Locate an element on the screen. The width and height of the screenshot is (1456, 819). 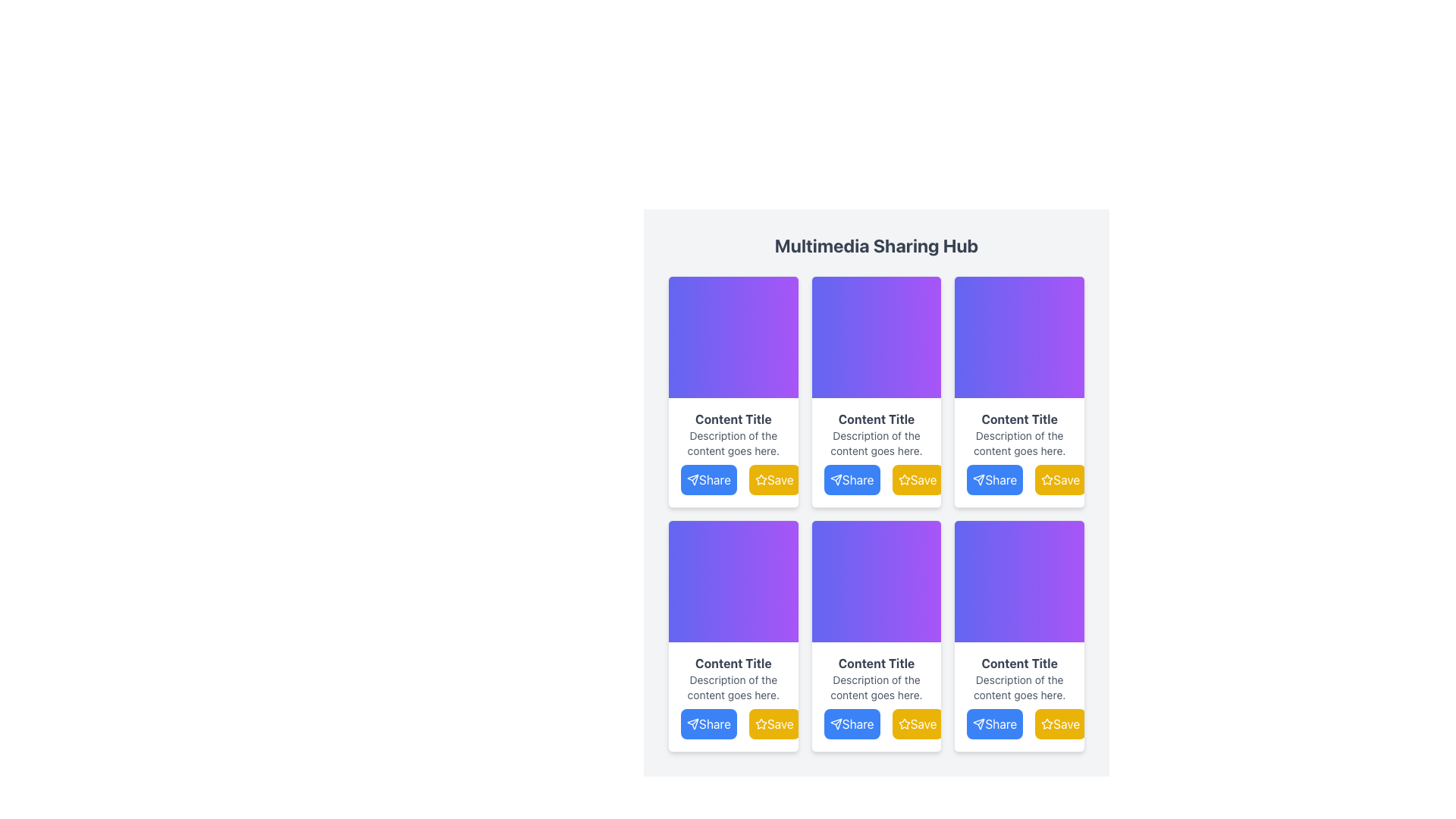
the yellow star icon representing the 'Save' feature using keyboard navigation is located at coordinates (904, 479).